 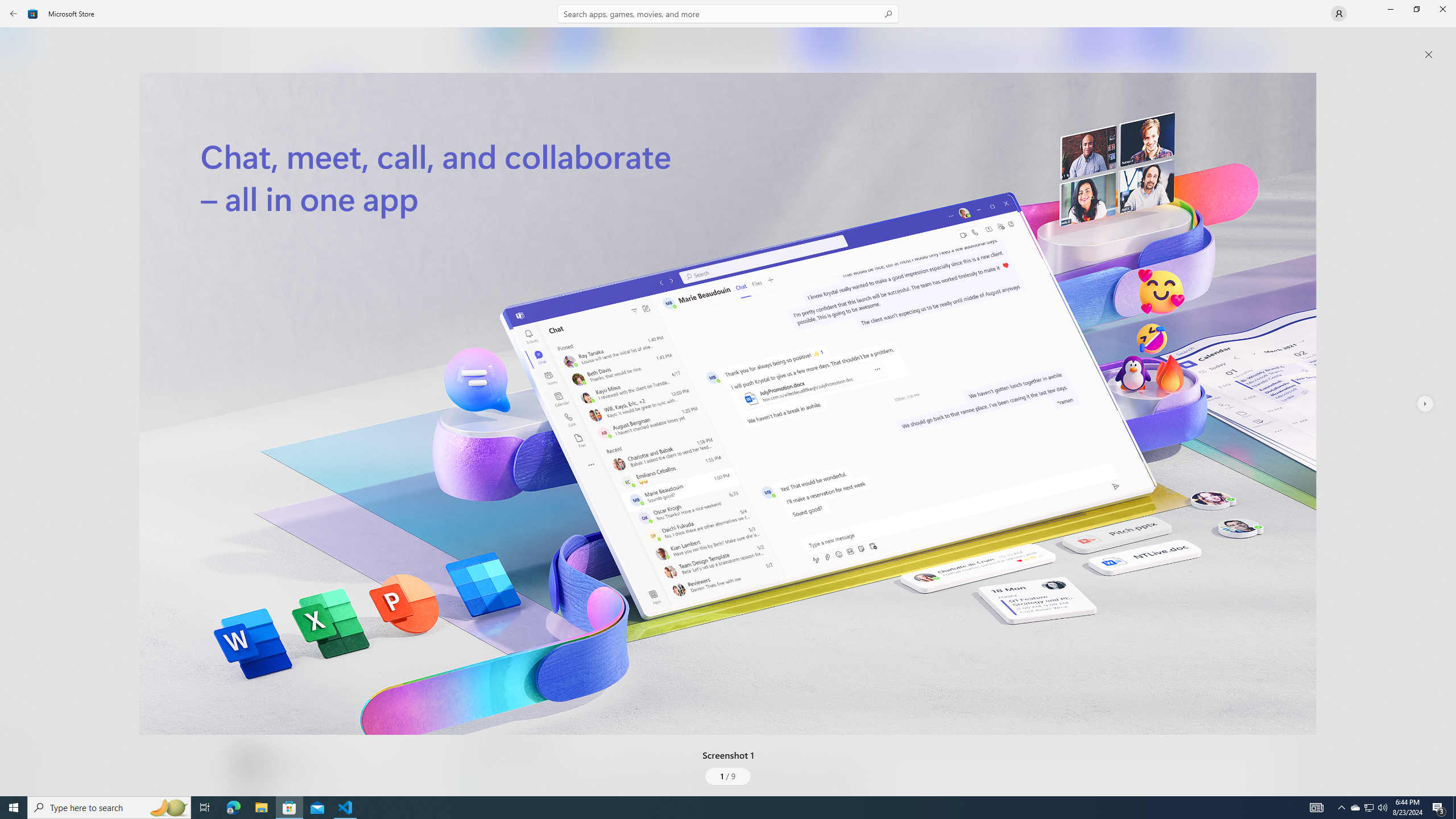 I want to click on 'Next', so click(x=1424, y=403).